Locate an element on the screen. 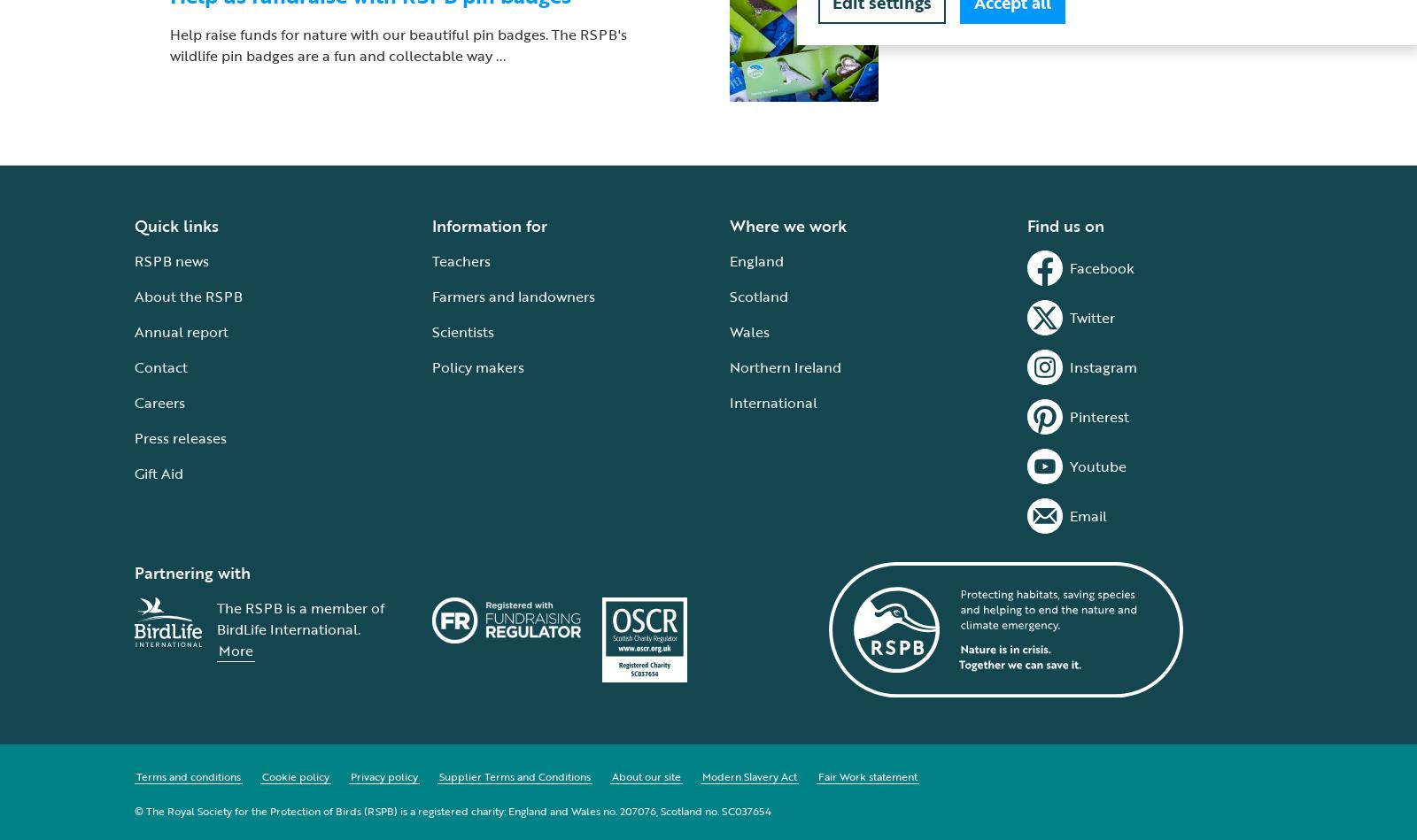 This screenshot has height=840, width=1417. 'Northern Ireland' is located at coordinates (729, 366).